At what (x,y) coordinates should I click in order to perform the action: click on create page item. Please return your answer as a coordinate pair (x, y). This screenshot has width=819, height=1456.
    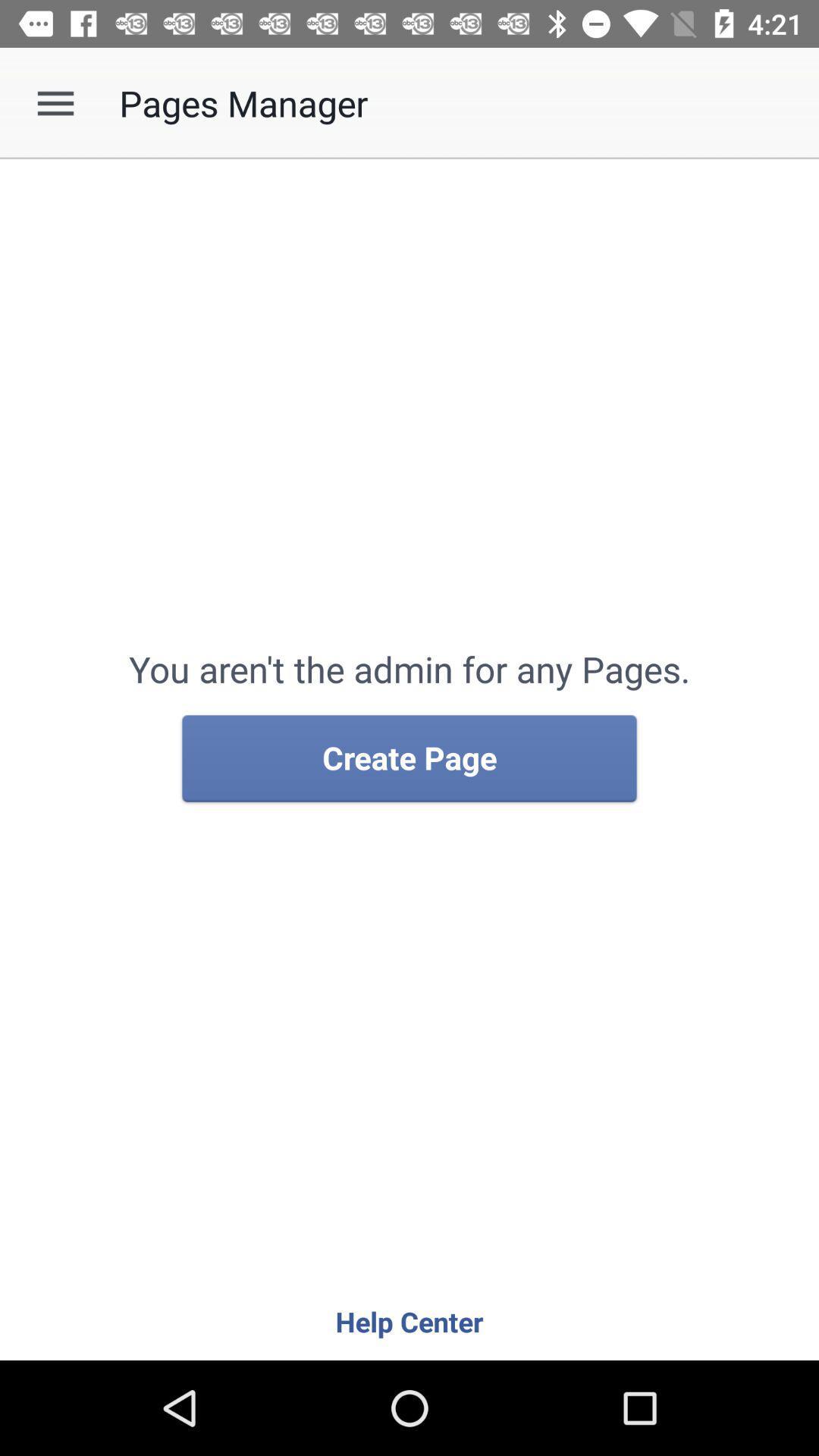
    Looking at the image, I should click on (409, 759).